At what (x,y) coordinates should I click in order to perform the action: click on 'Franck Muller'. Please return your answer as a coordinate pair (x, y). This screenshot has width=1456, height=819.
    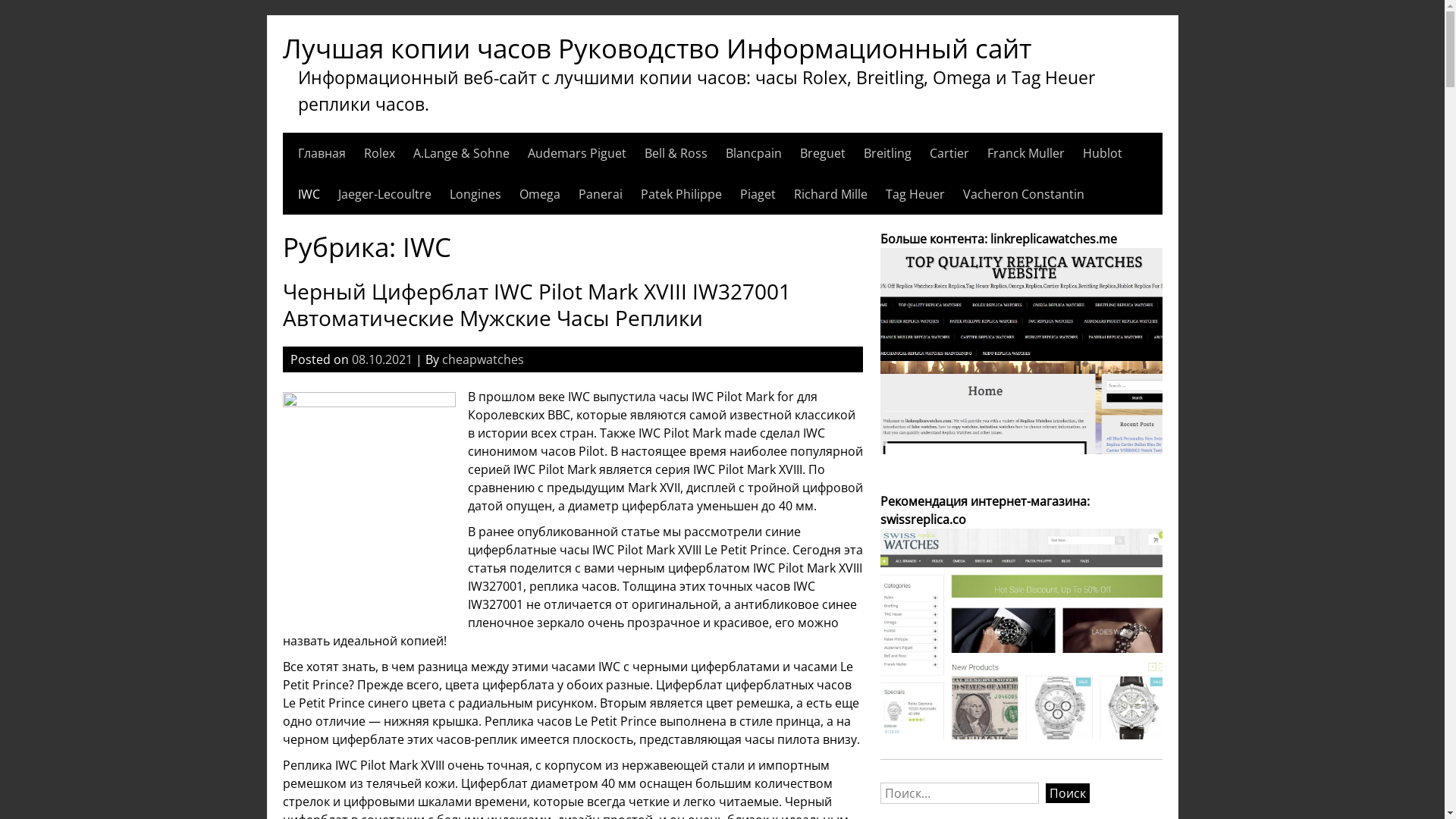
    Looking at the image, I should click on (987, 152).